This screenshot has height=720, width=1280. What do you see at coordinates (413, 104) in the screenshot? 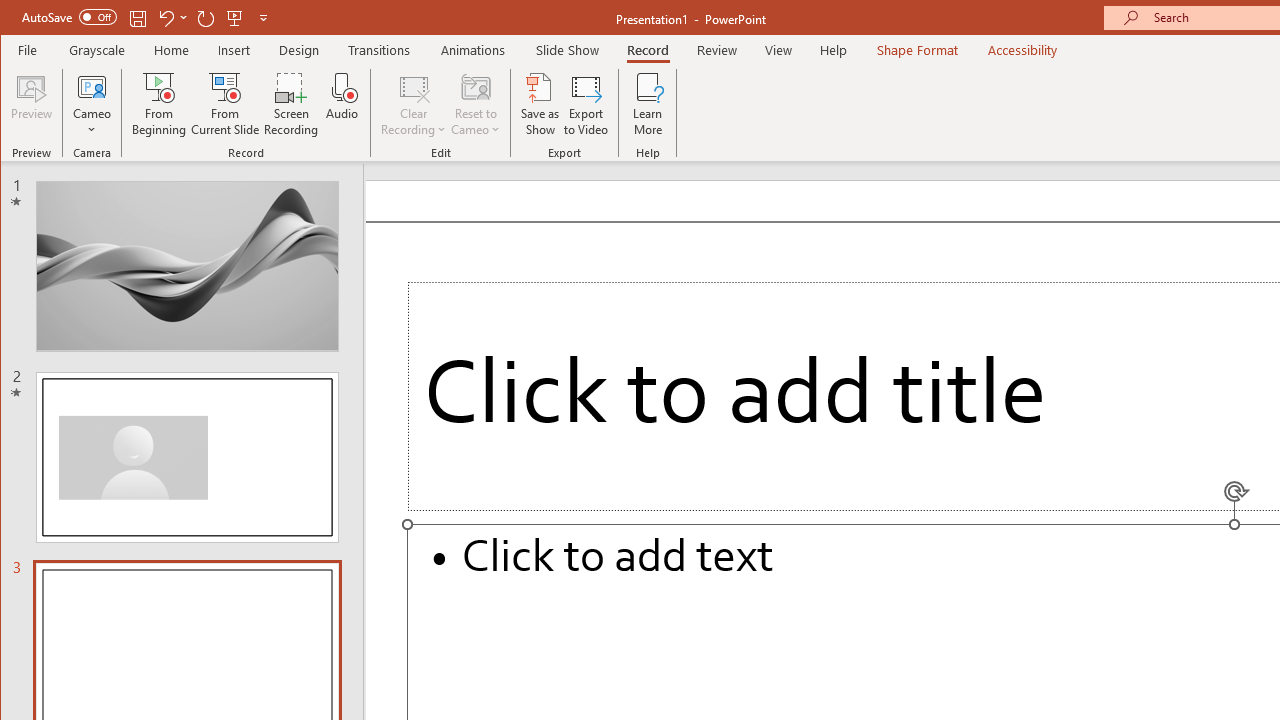
I see `'Clear Recording'` at bounding box center [413, 104].